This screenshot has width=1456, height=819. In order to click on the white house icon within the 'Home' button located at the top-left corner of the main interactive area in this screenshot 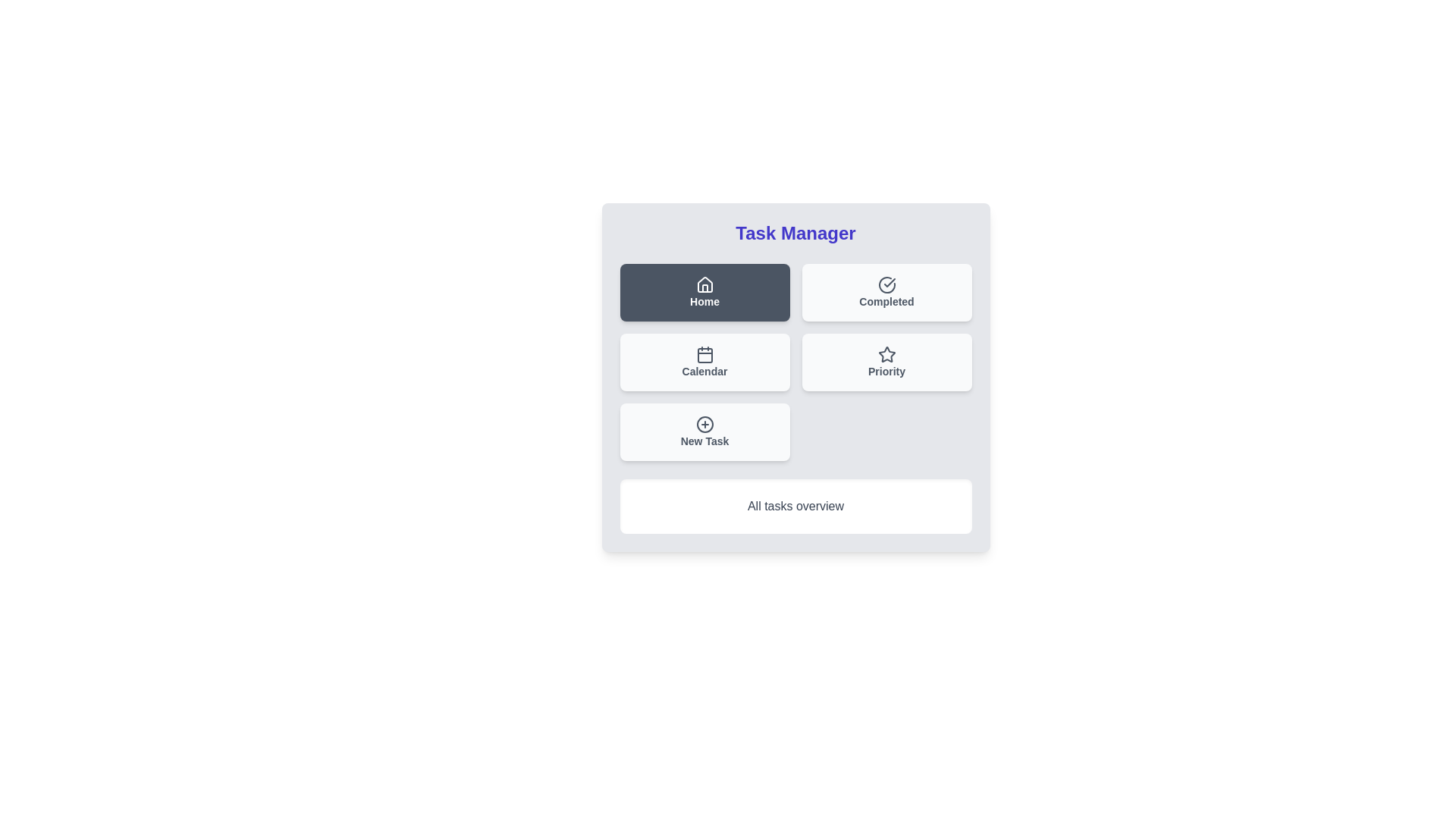, I will do `click(704, 284)`.